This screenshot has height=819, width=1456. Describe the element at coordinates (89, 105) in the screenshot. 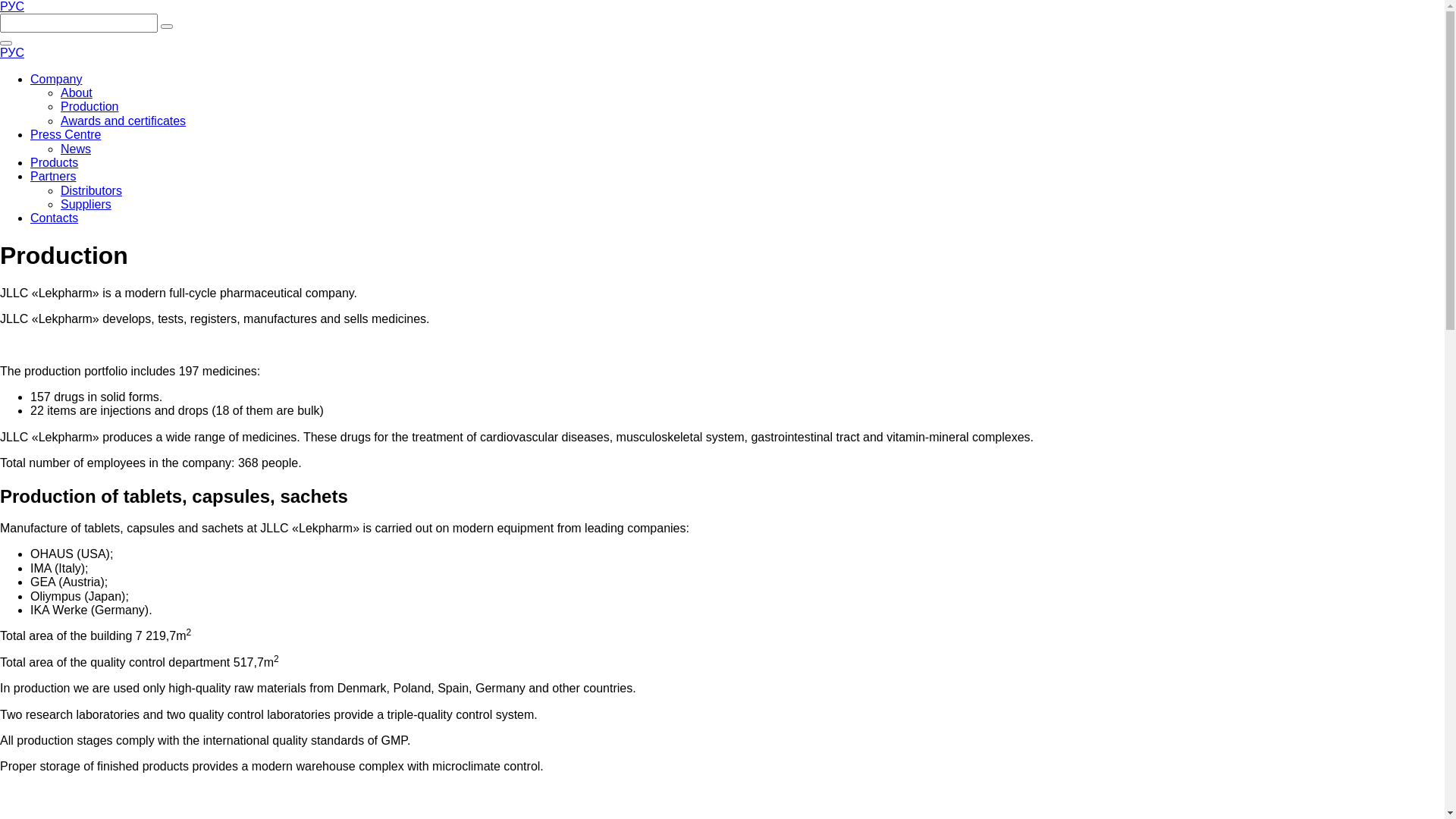

I see `'Production'` at that location.